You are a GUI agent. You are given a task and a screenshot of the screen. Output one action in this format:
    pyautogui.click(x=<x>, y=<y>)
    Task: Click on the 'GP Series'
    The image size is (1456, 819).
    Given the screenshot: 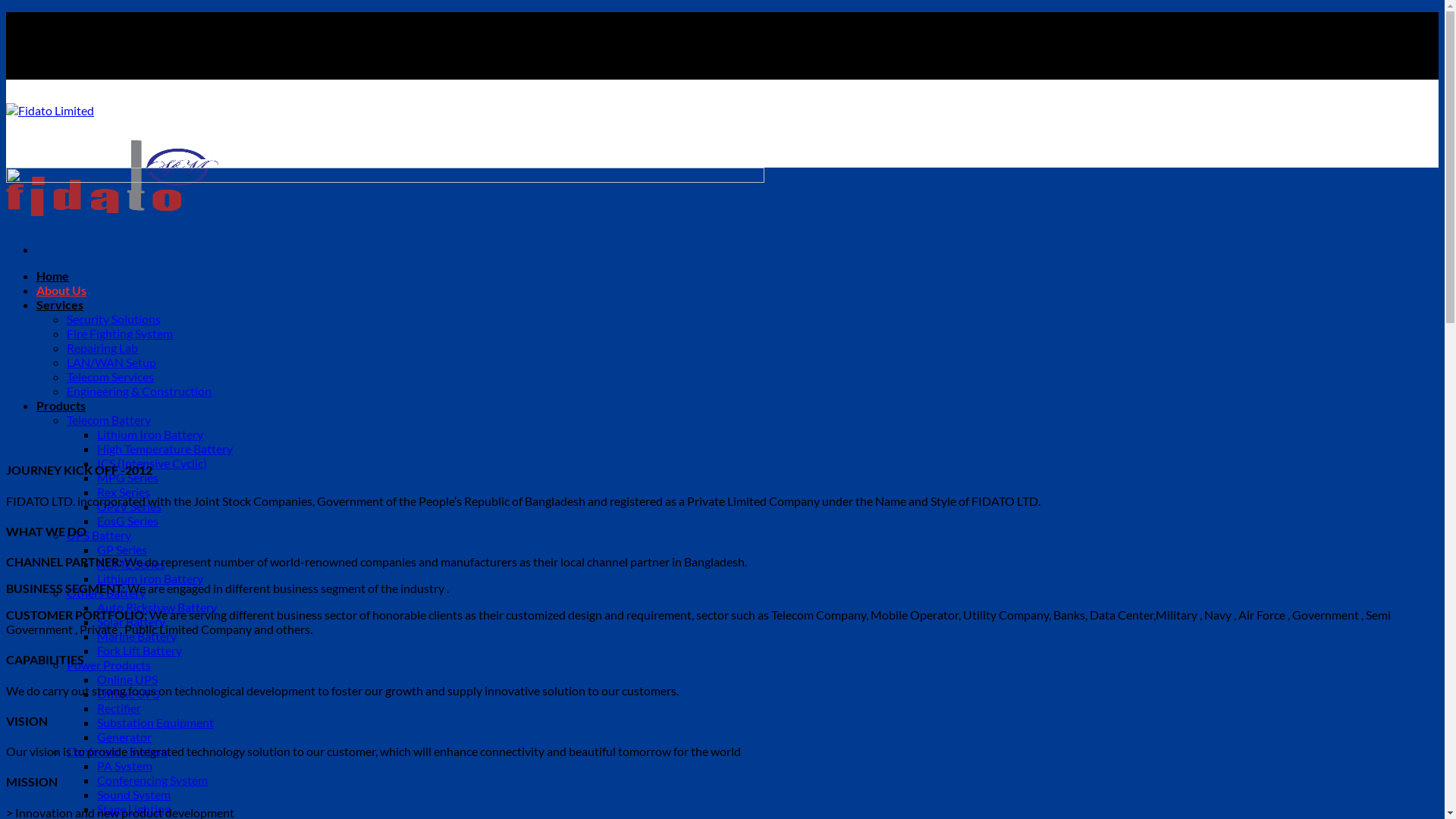 What is the action you would take?
    pyautogui.click(x=96, y=549)
    